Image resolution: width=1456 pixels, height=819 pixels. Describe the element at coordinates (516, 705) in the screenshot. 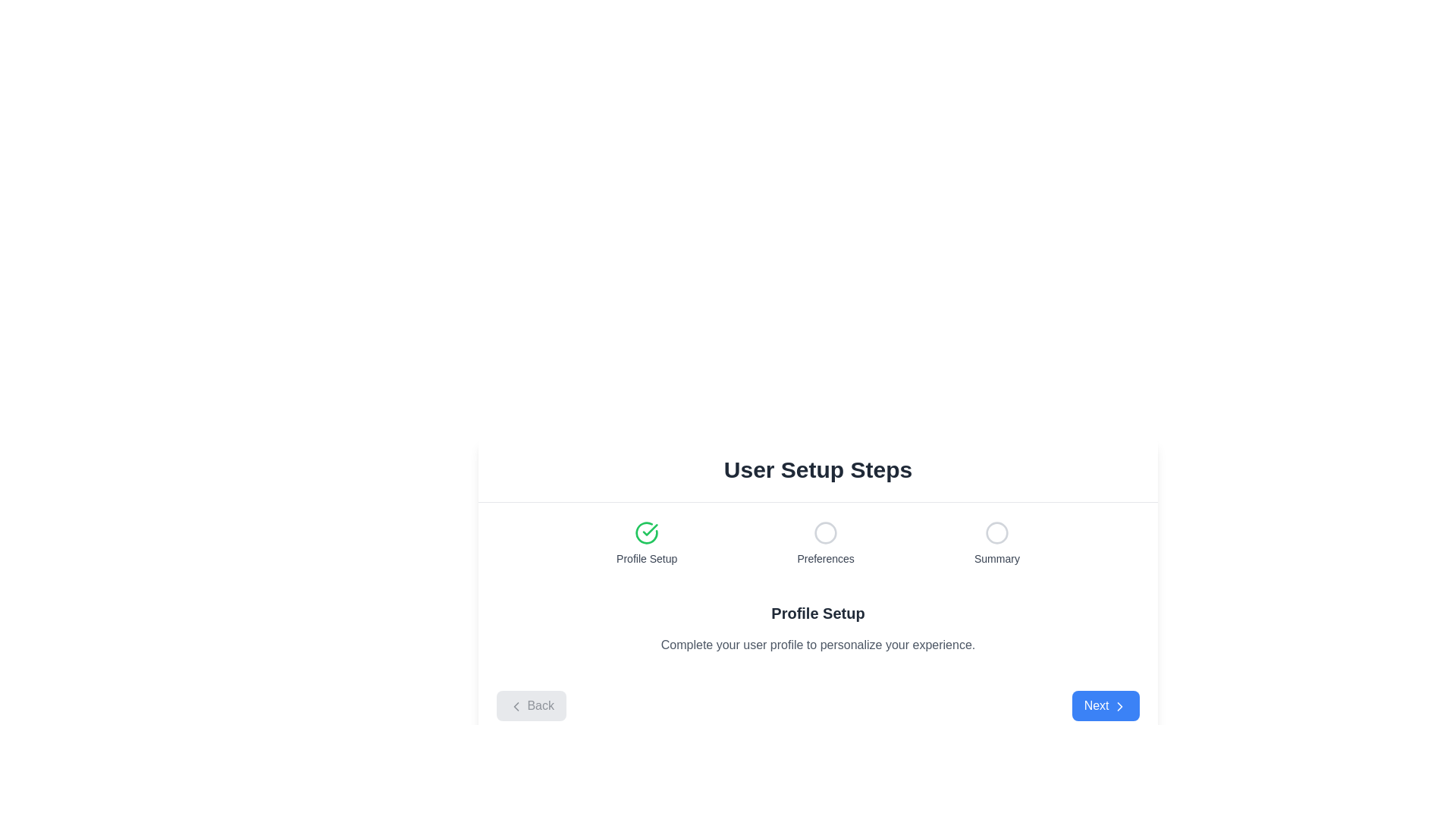

I see `the left-pointing chevron icon within the gray 'Back' button` at that location.